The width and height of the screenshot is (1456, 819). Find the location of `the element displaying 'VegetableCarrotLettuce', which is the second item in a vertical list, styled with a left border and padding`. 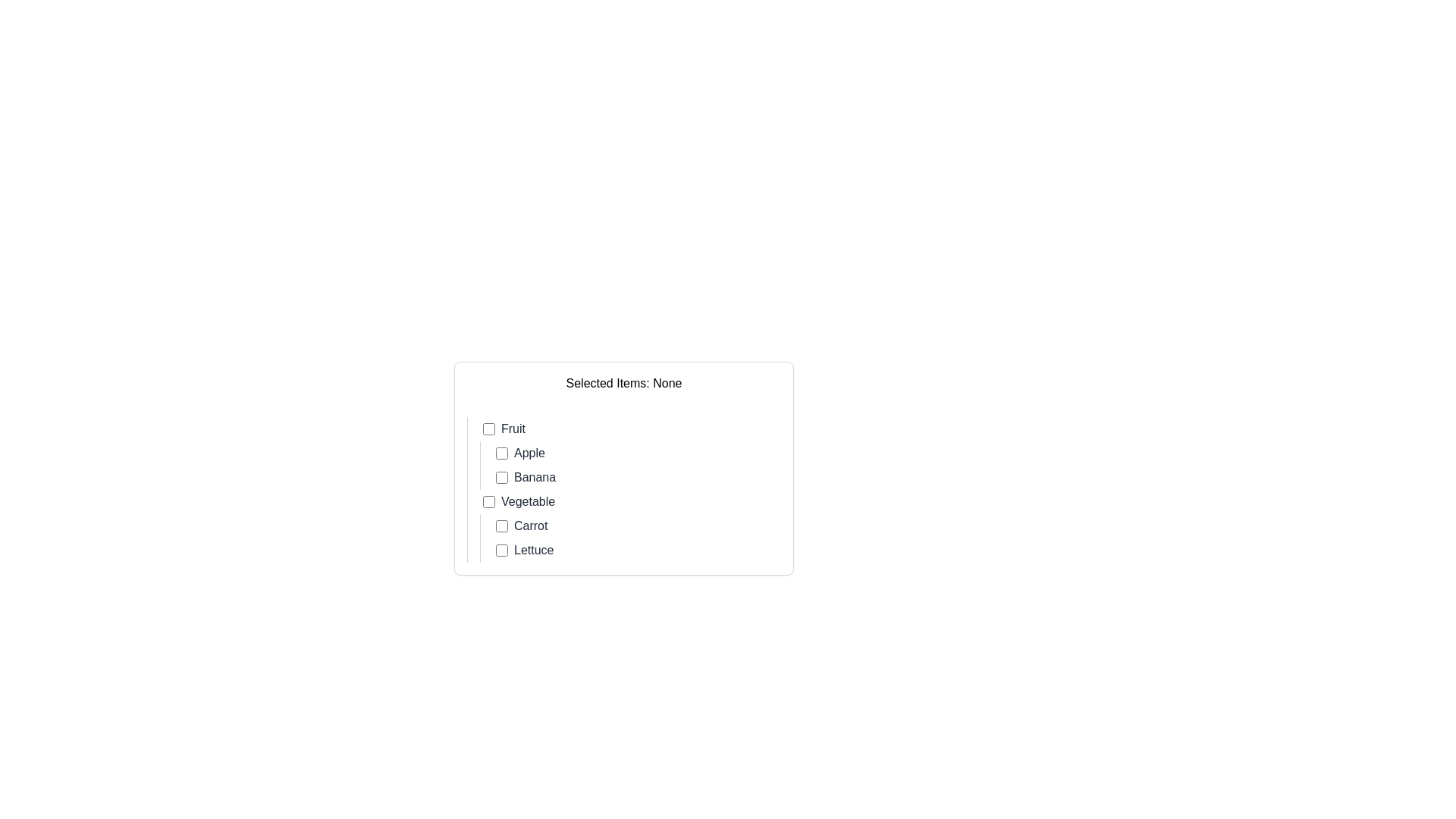

the element displaying 'VegetableCarrotLettuce', which is the second item in a vertical list, styled with a left border and padding is located at coordinates (623, 526).